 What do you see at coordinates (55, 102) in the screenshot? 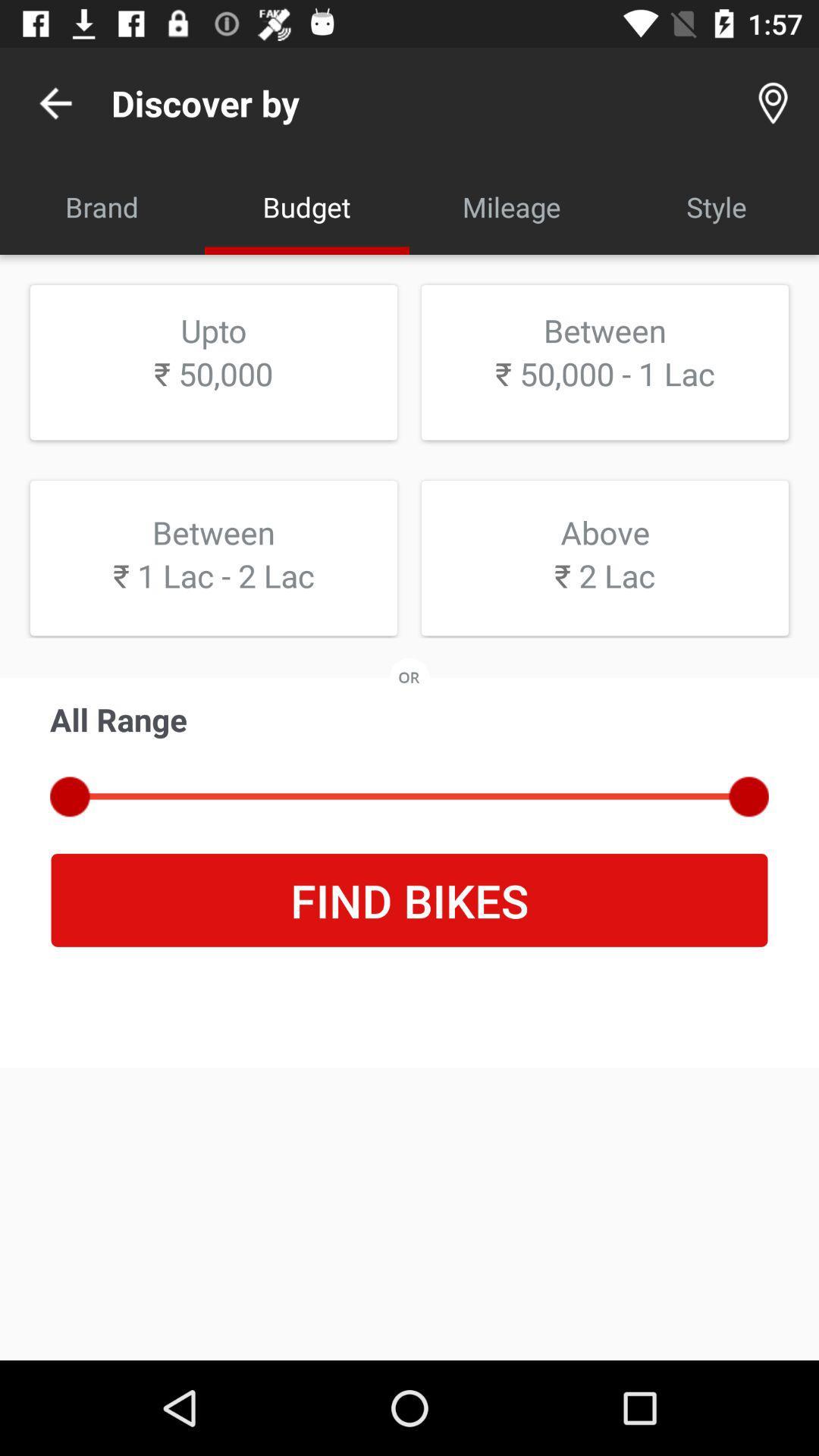
I see `item above brand item` at bounding box center [55, 102].